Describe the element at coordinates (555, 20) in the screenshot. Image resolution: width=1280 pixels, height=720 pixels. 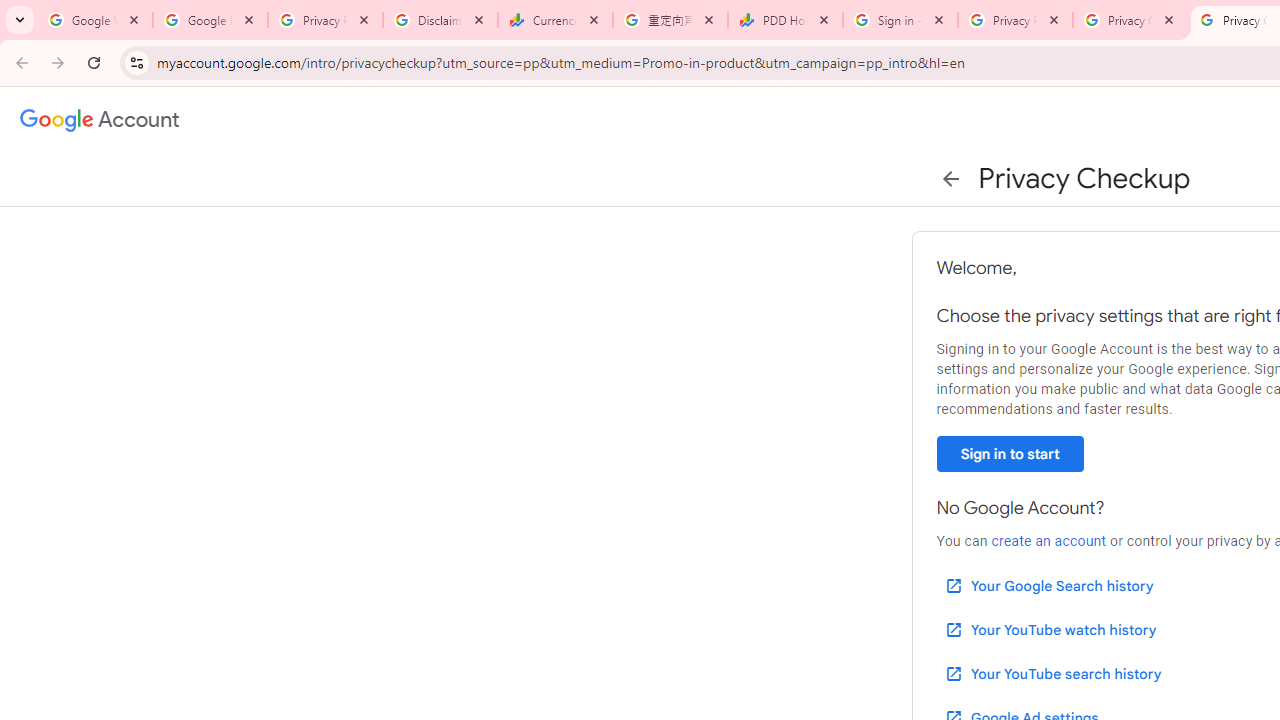
I see `'Currencies - Google Finance'` at that location.